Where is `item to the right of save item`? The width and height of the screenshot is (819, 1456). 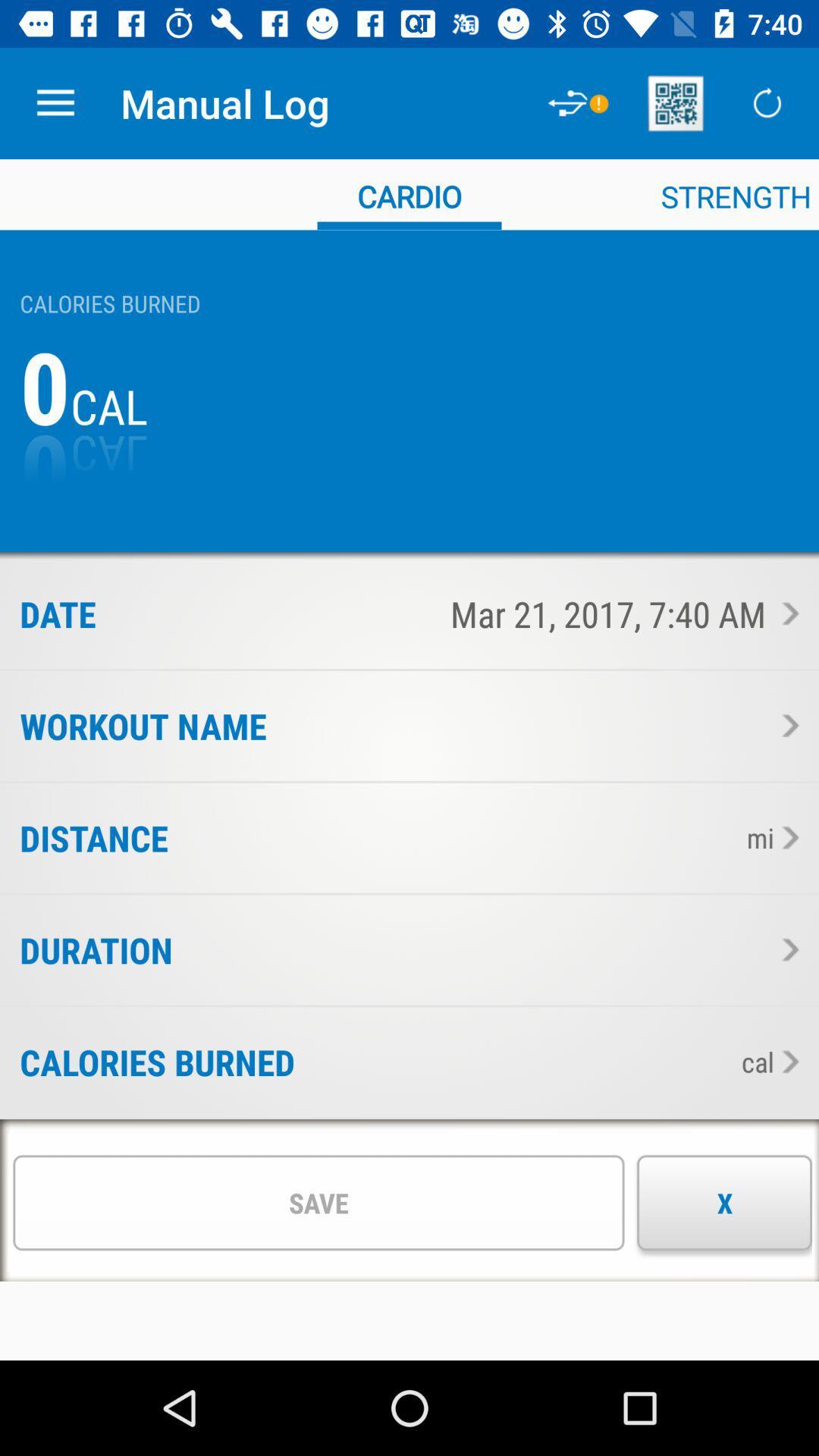 item to the right of save item is located at coordinates (723, 1202).